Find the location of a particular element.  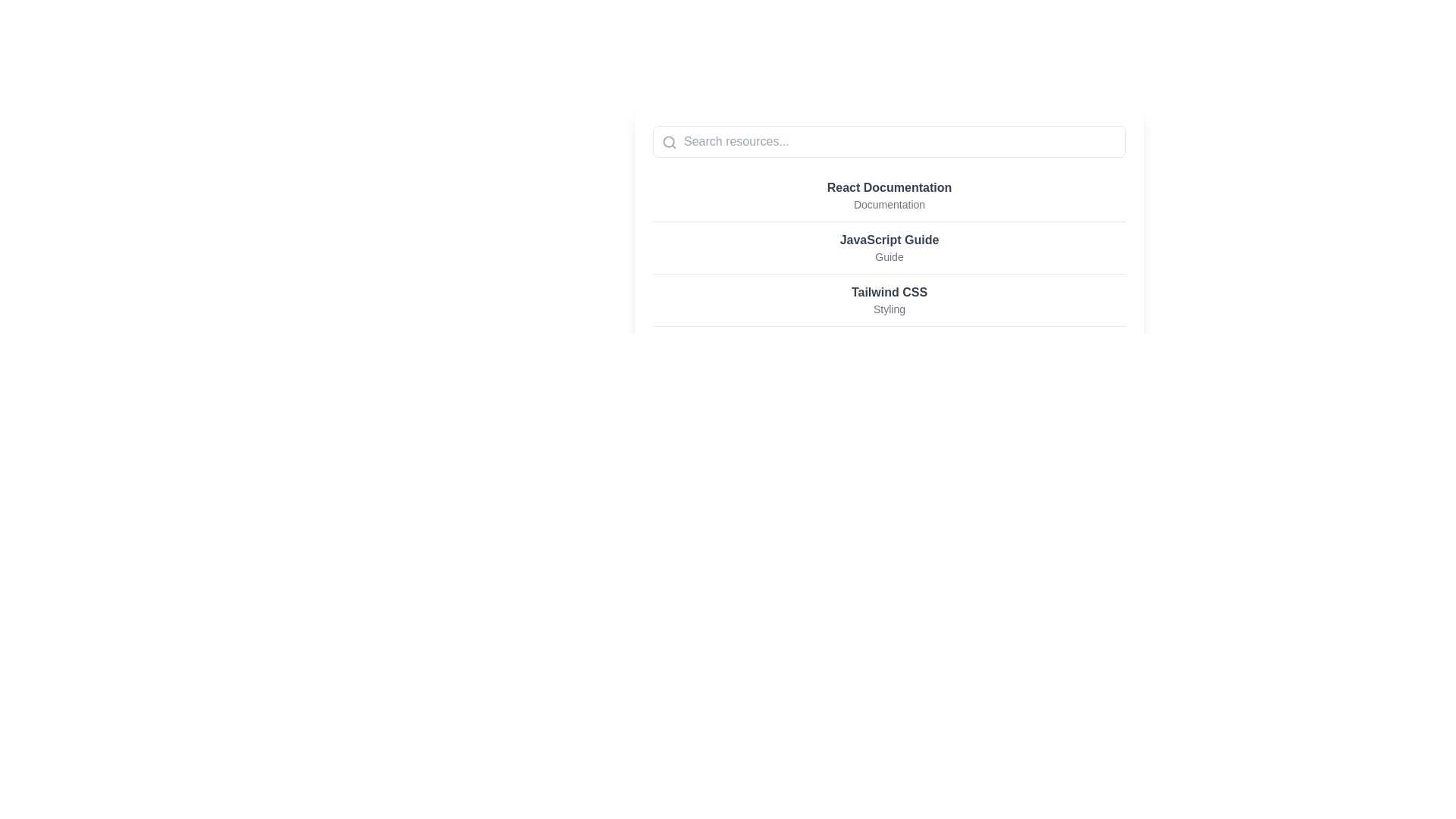

the first text label with a hyperlink that provides a link is located at coordinates (889, 195).